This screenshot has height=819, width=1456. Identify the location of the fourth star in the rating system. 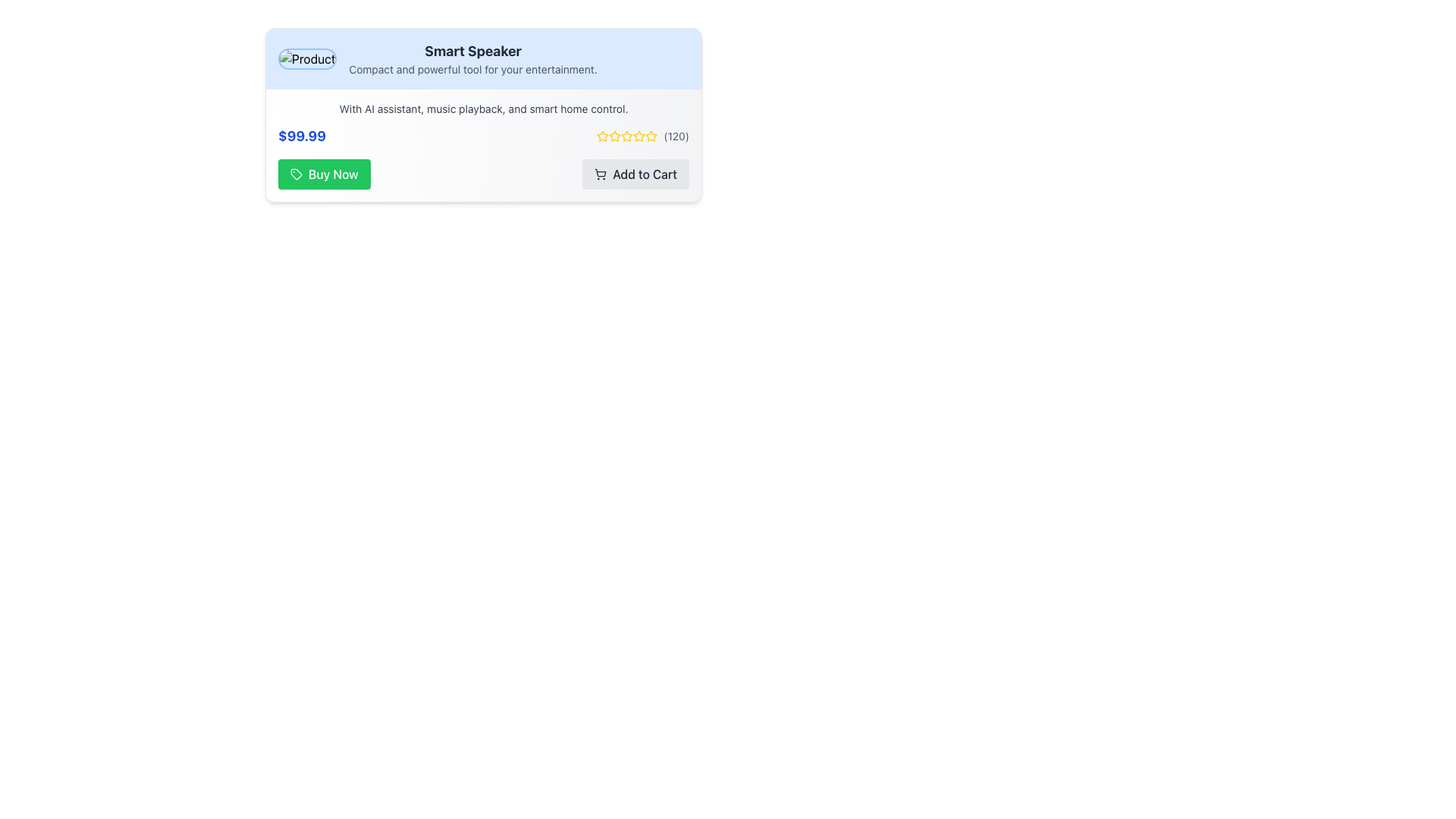
(651, 135).